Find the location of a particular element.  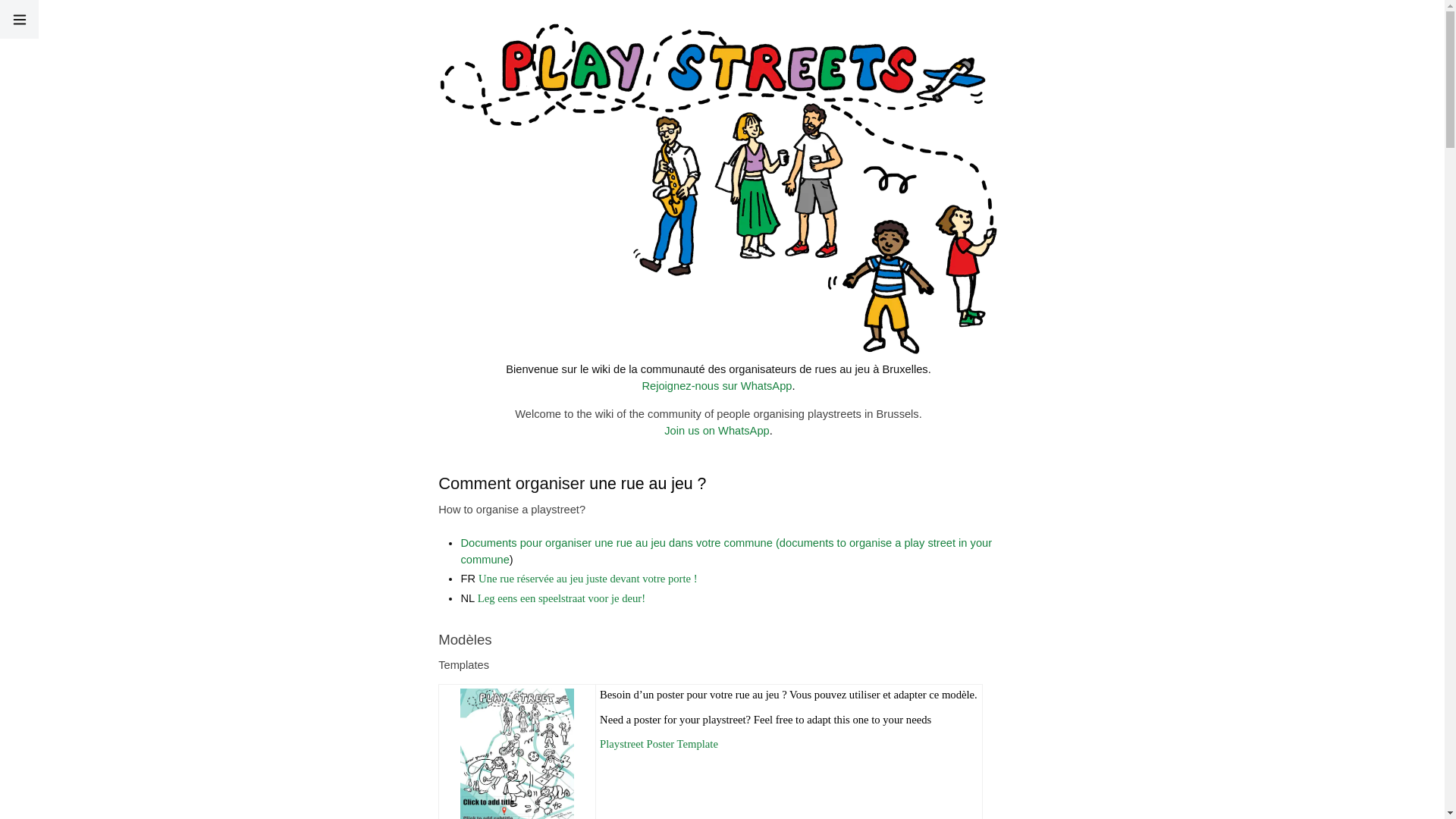

'Rejoignez-nous sur WhatsApp' is located at coordinates (716, 385).